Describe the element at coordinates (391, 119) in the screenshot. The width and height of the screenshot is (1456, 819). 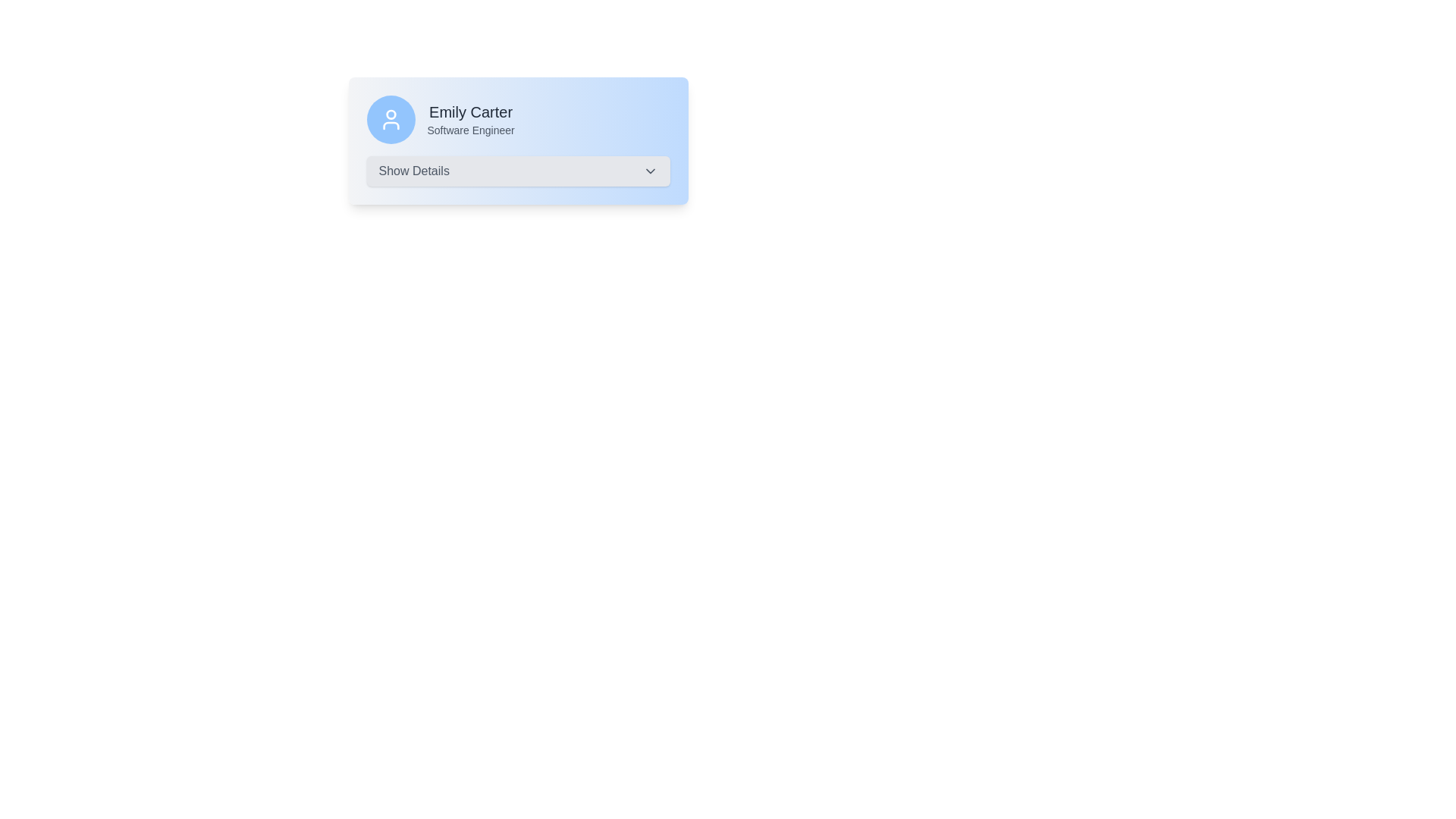
I see `the circular blue avatar icon with a user silhouette inside it, located to the left of the text 'Emily Carter'` at that location.